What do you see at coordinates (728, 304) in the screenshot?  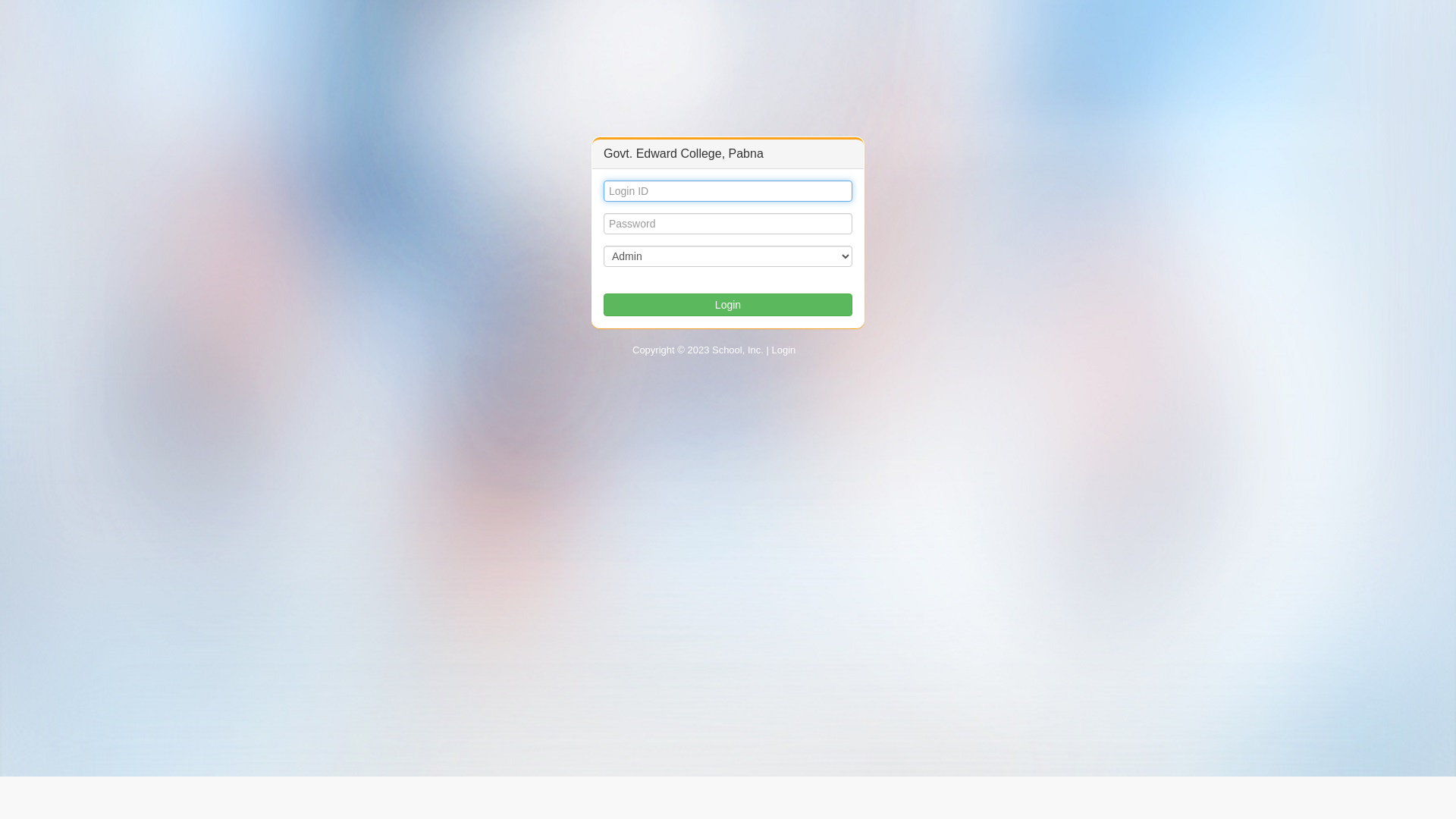 I see `'Login'` at bounding box center [728, 304].